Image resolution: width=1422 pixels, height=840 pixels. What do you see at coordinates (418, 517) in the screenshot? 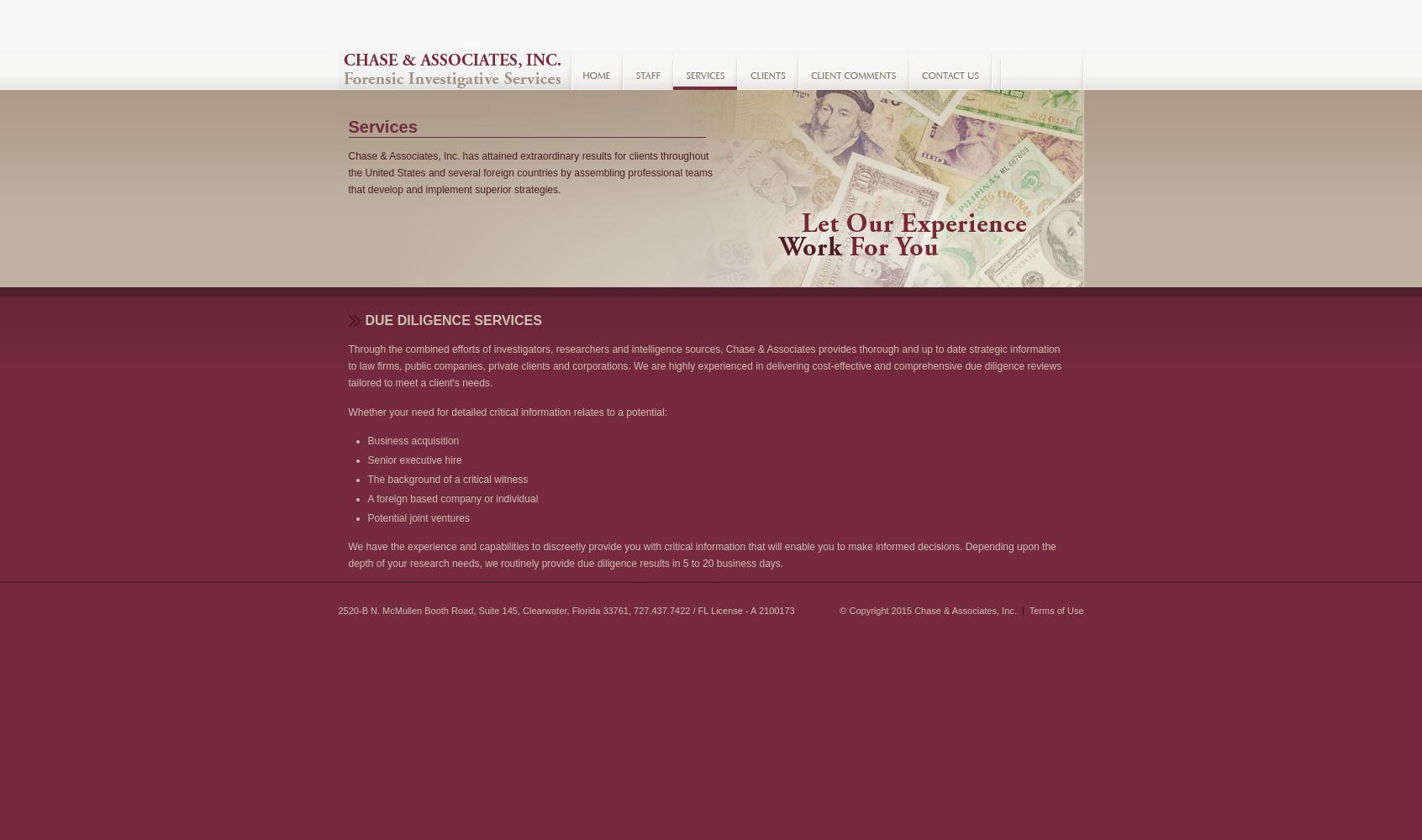
I see `'Potential joint ventures'` at bounding box center [418, 517].